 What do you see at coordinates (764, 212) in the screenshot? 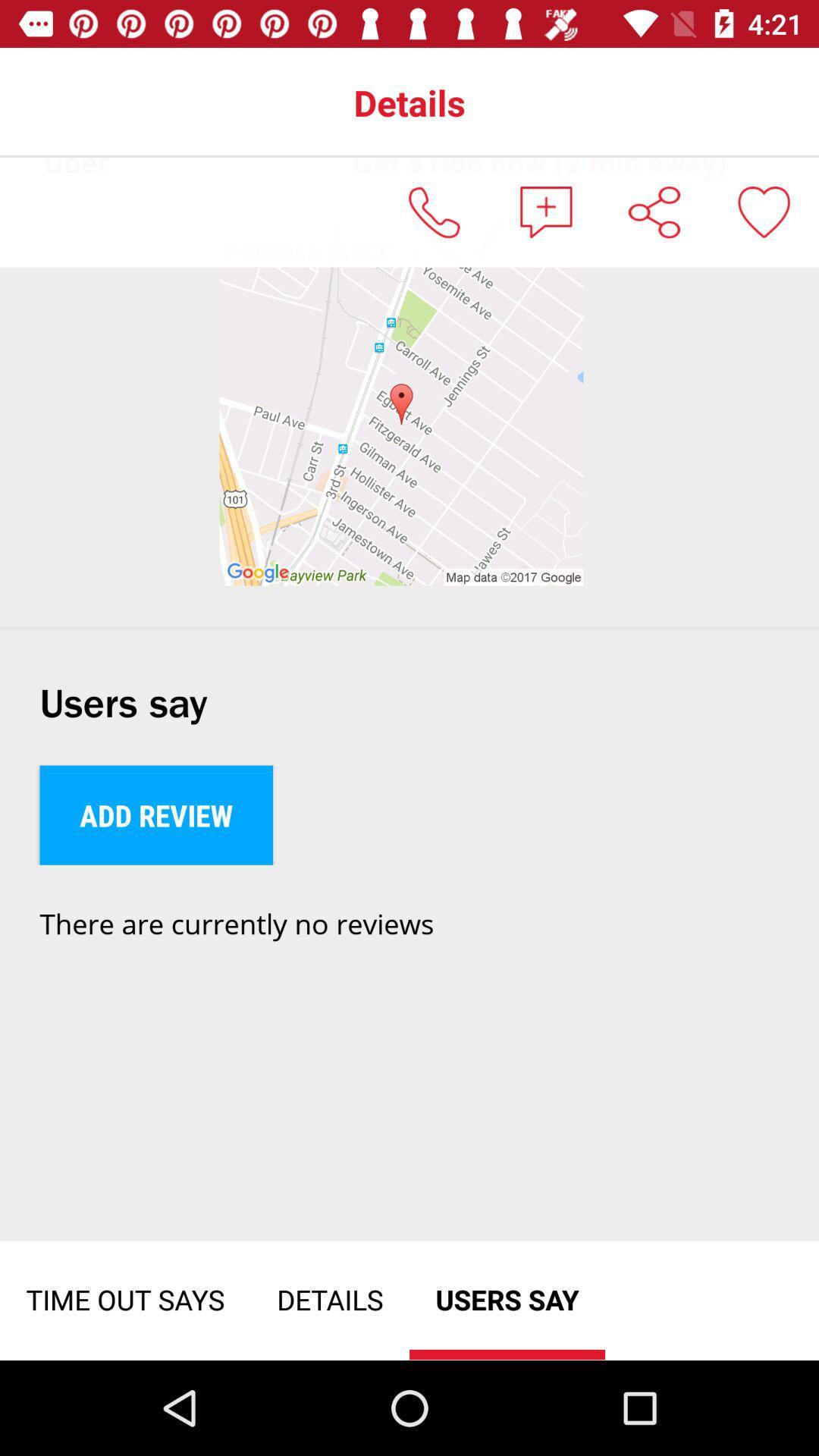
I see `the favorite icon` at bounding box center [764, 212].